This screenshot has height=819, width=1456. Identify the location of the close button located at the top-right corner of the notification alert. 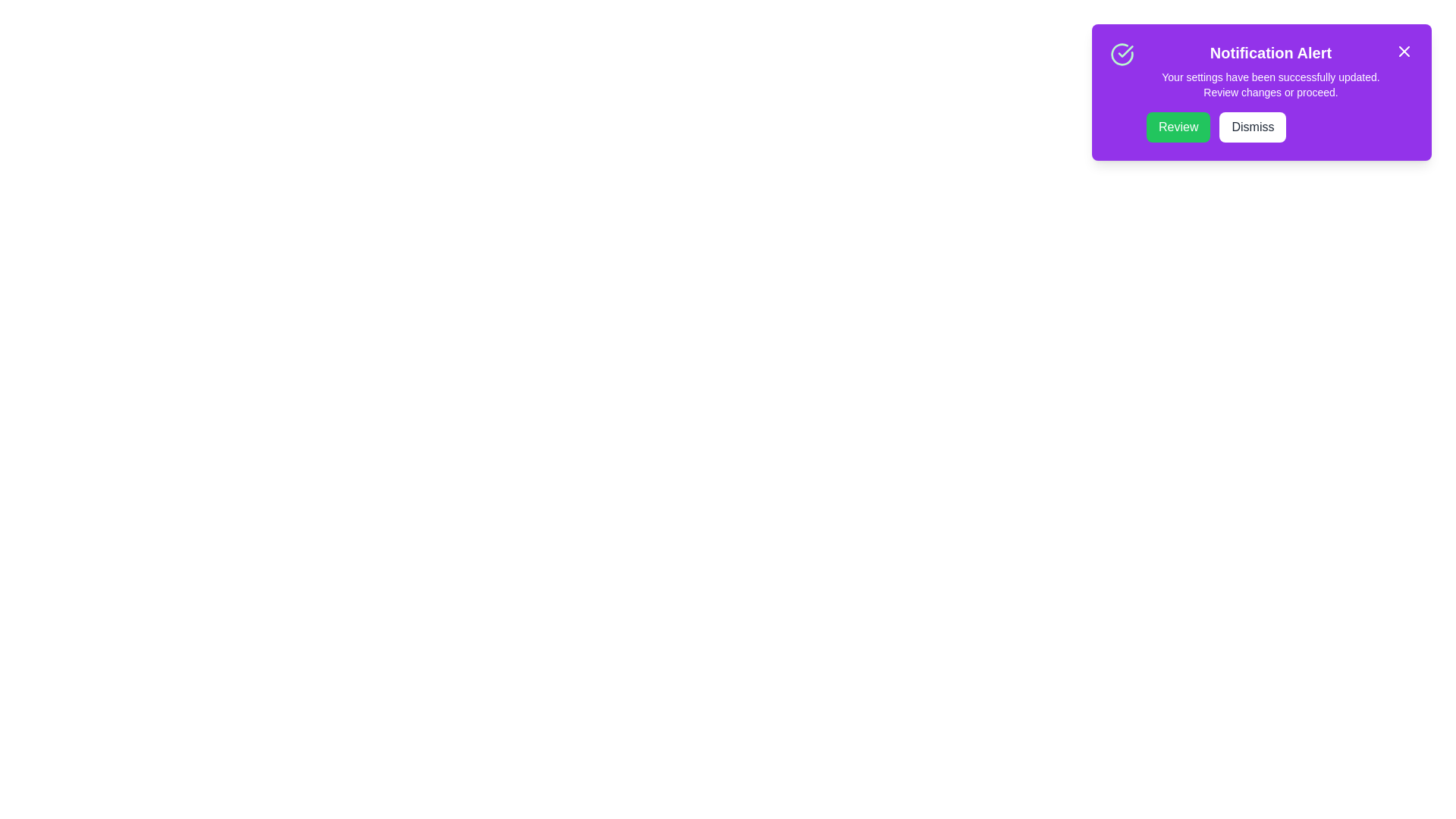
(1404, 51).